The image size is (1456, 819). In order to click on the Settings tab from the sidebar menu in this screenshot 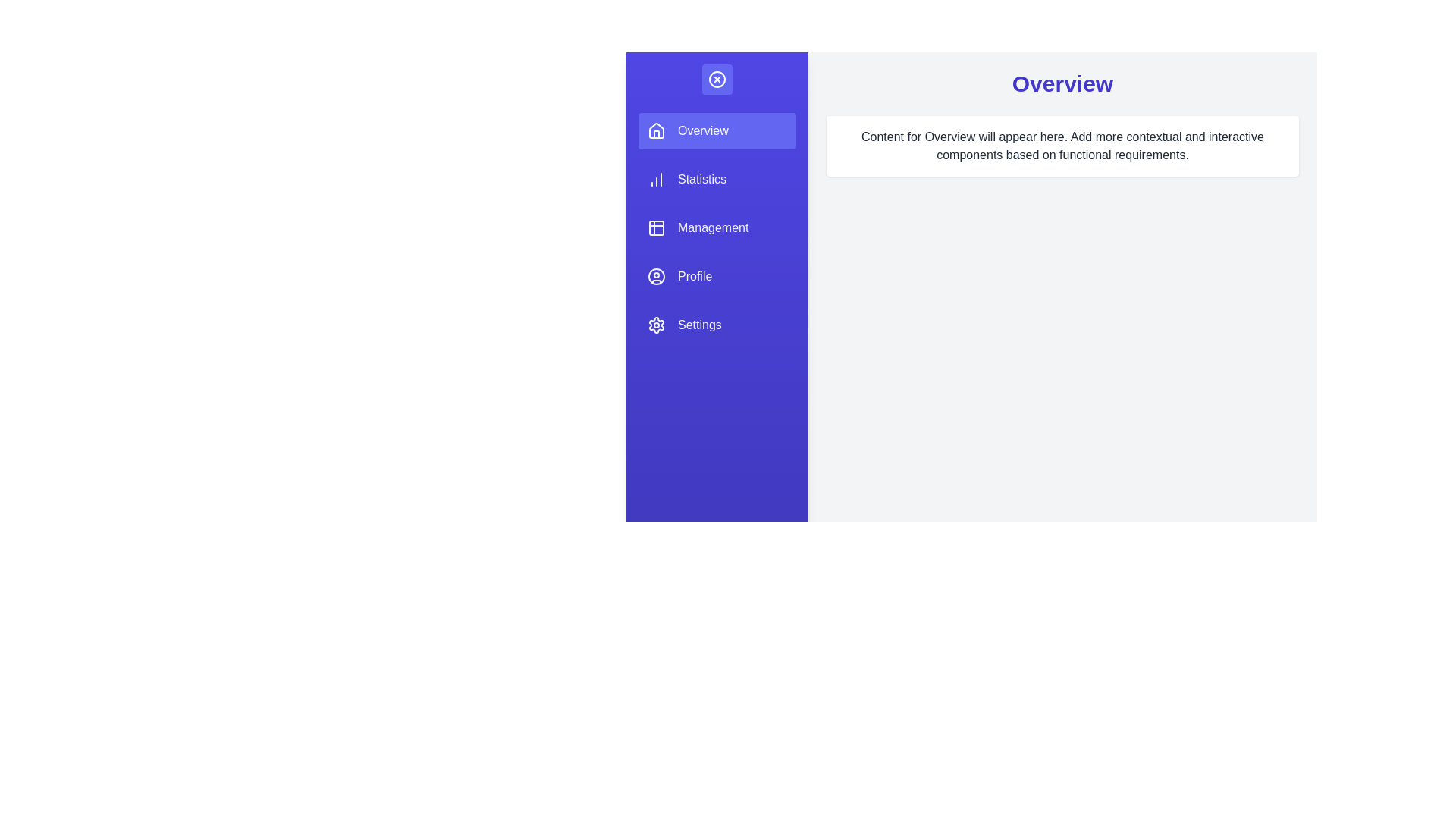, I will do `click(716, 324)`.